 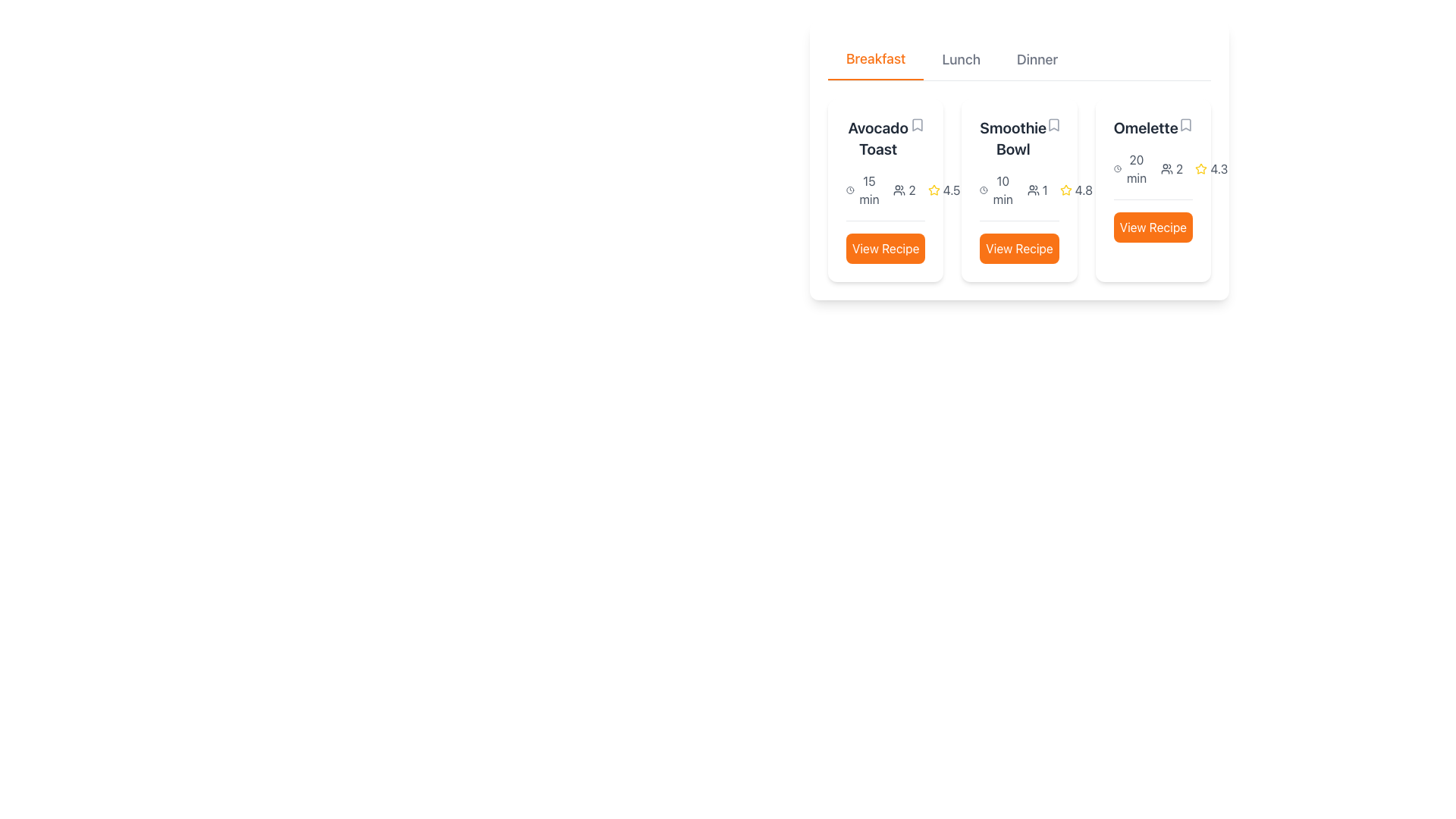 I want to click on the 'Smoothie Bowl' text label, which is prominently styled in a bold, large font in dark gray, located at the top center of its card component between 'Avocado Toast' and 'Omelette' under the 'Breakfast' tab, so click(x=1019, y=138).